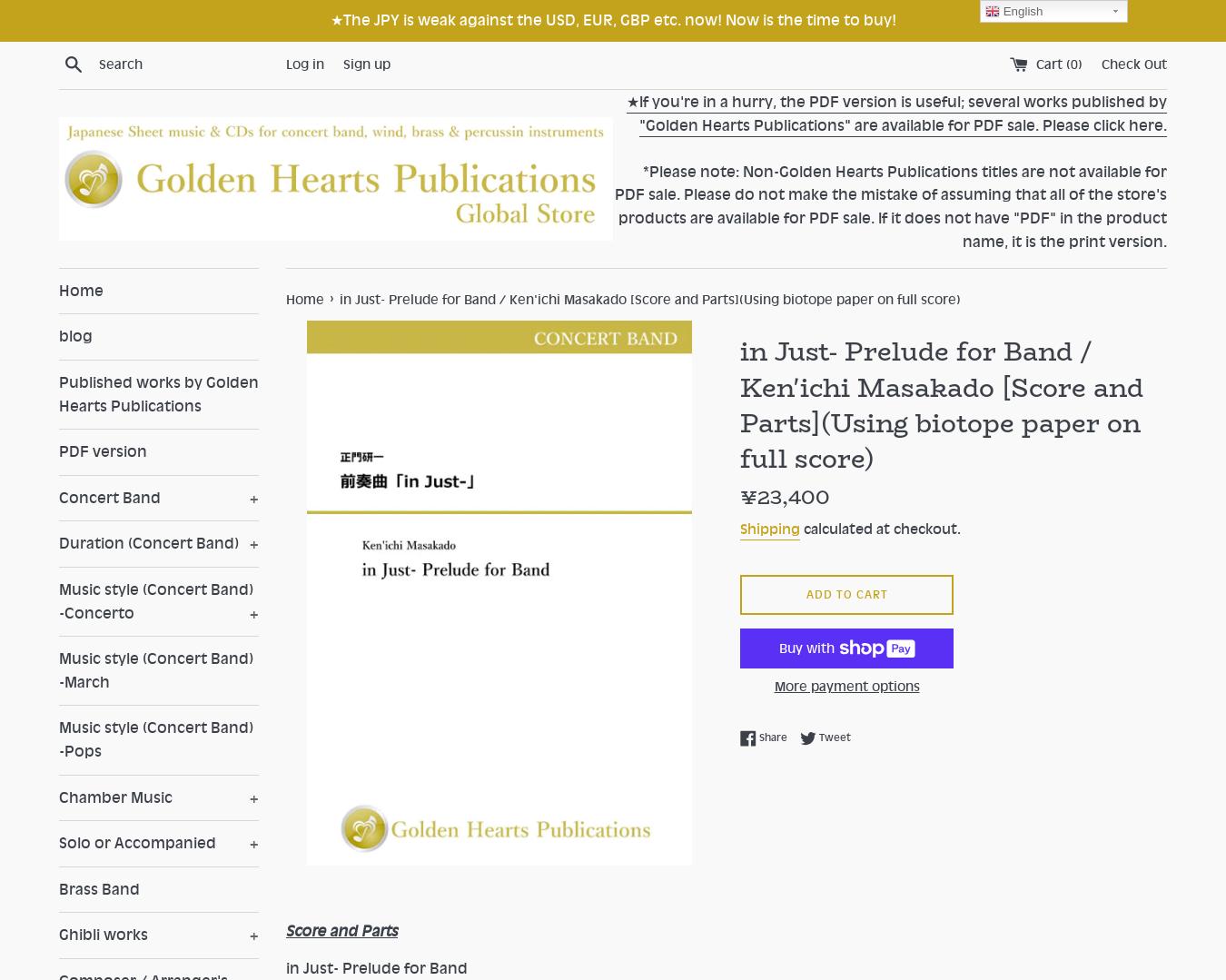  I want to click on 'Cart
          (', so click(1035, 63).